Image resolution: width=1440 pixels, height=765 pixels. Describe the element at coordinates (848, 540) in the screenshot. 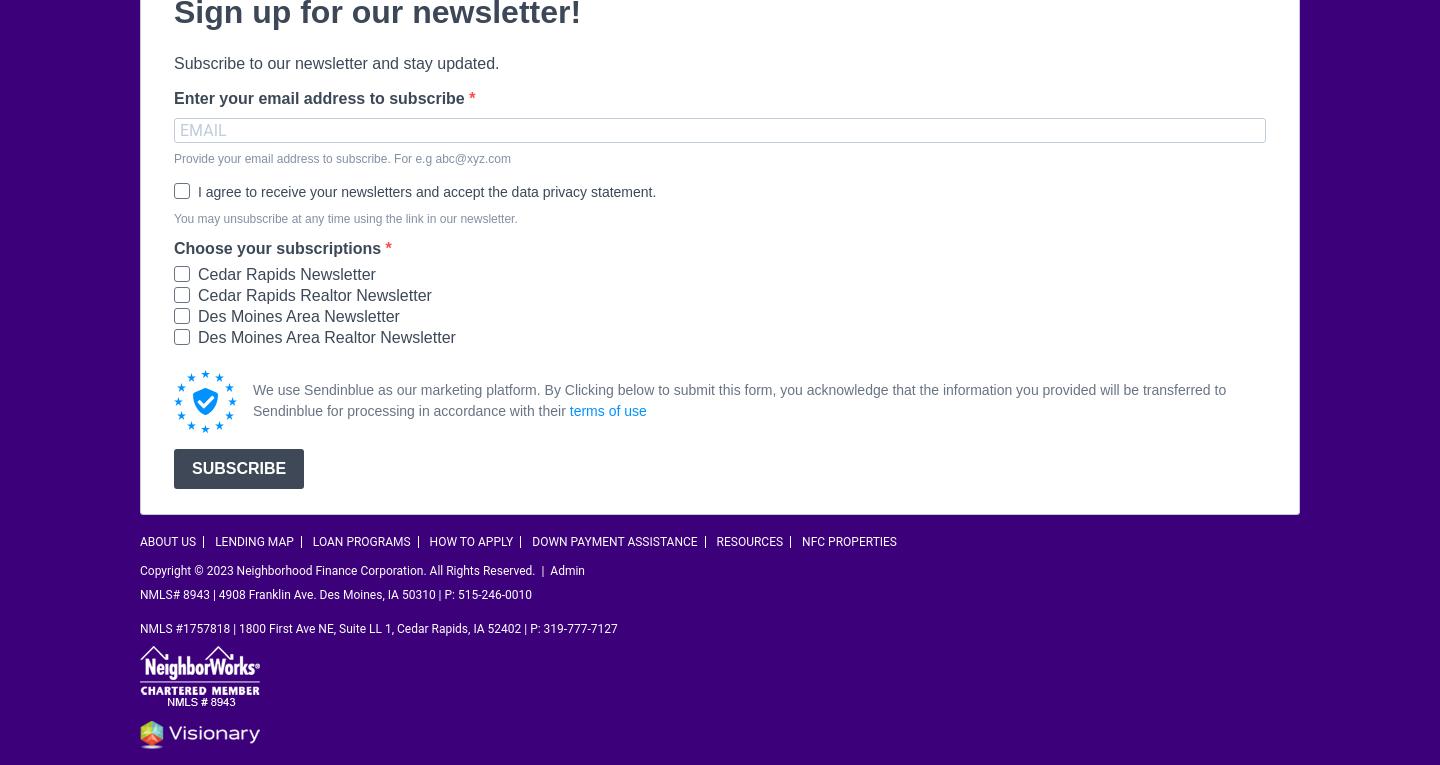

I see `'NFC Properties'` at that location.